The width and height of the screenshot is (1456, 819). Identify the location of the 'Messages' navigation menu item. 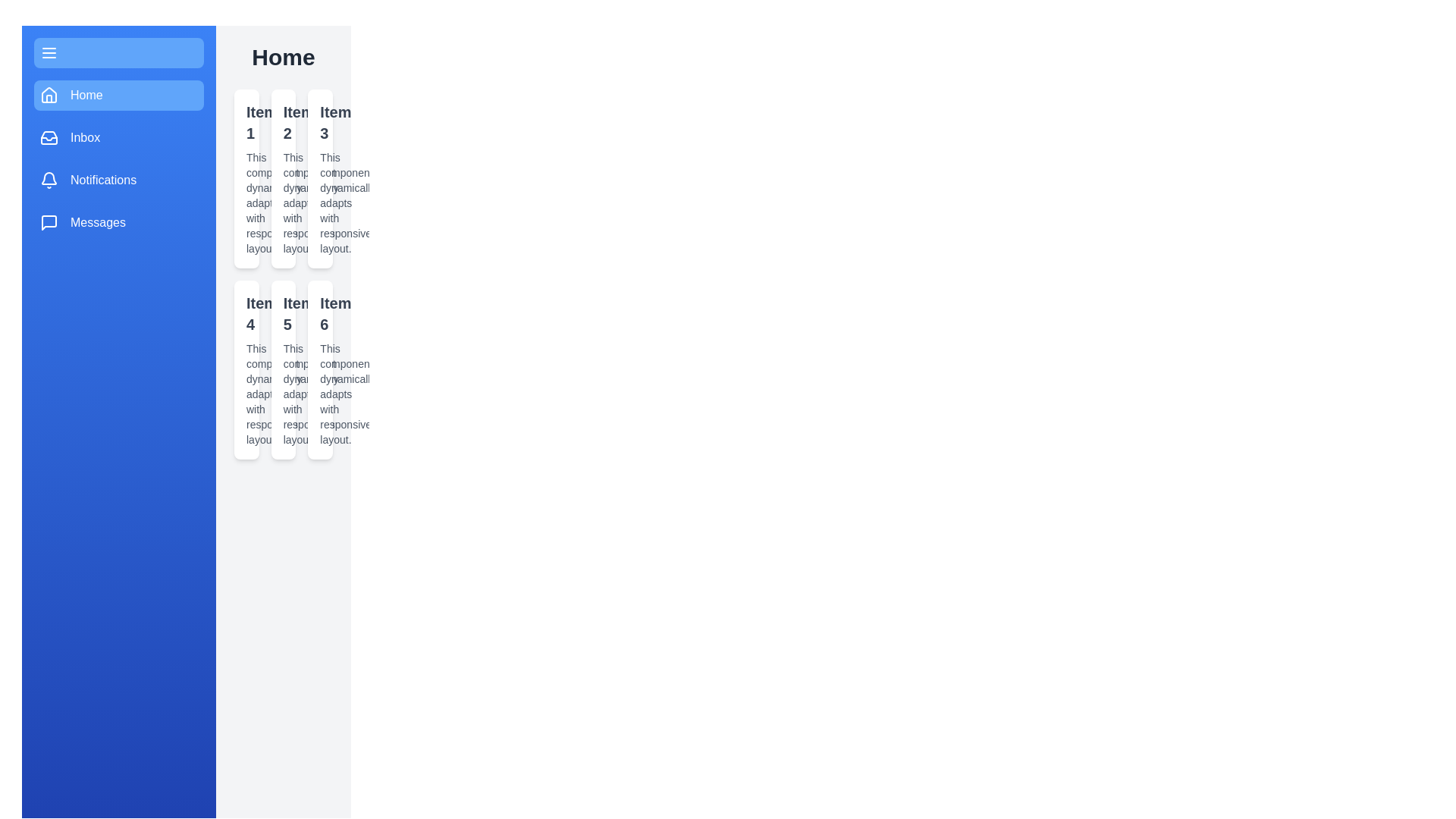
(118, 222).